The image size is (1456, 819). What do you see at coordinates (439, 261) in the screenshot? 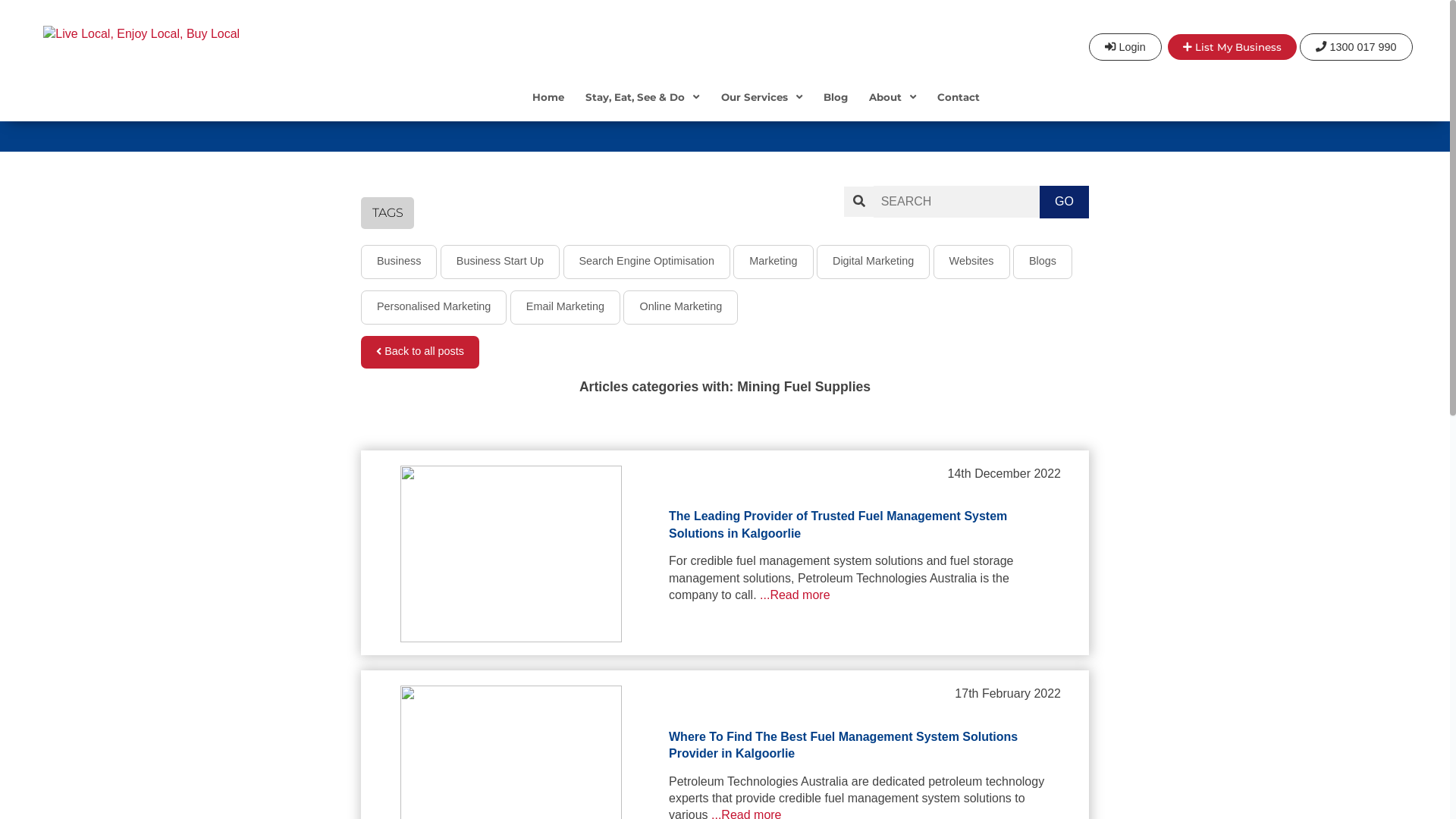
I see `'Business Start Up'` at bounding box center [439, 261].